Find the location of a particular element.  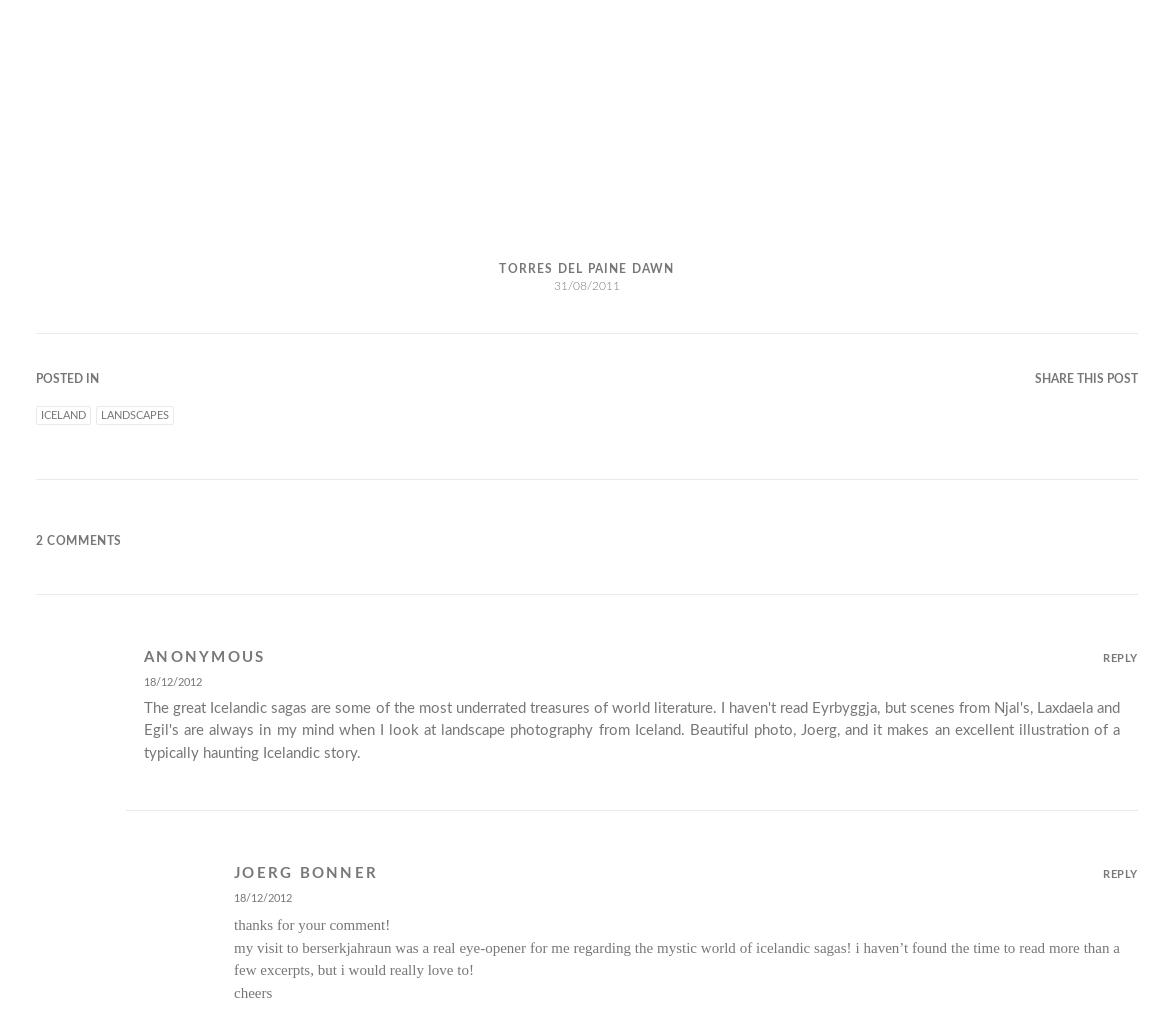

'Iceland' is located at coordinates (63, 414).